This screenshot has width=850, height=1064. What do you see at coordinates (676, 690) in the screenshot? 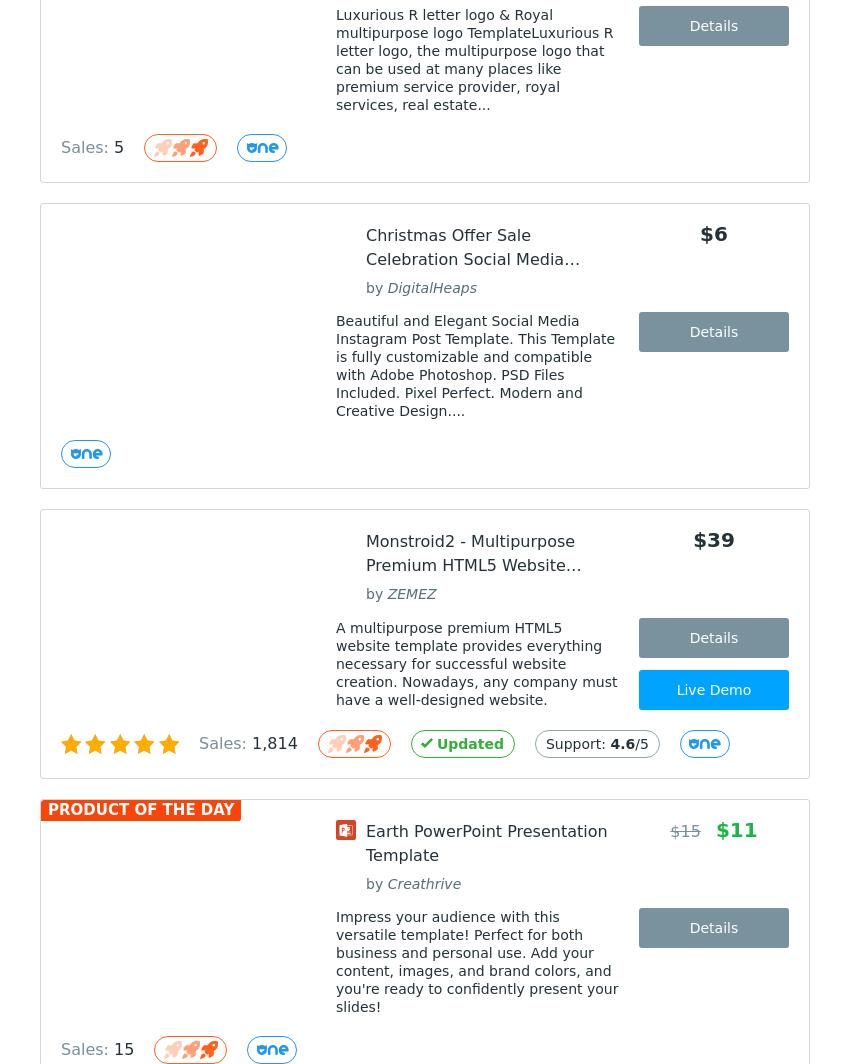
I see `'Live Demo'` at bounding box center [676, 690].